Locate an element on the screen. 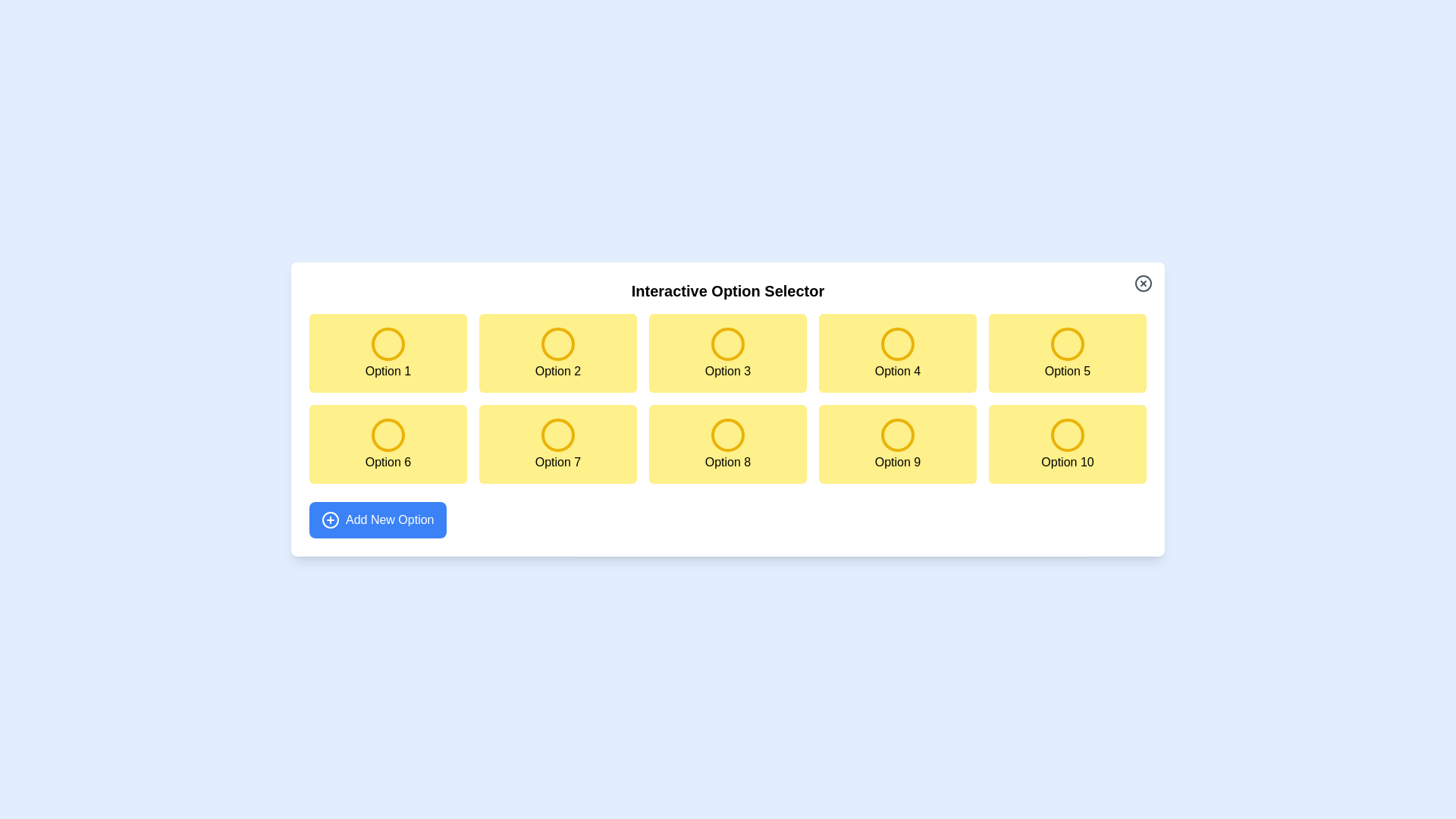  the title 'Interactive Option Selector' is located at coordinates (728, 291).